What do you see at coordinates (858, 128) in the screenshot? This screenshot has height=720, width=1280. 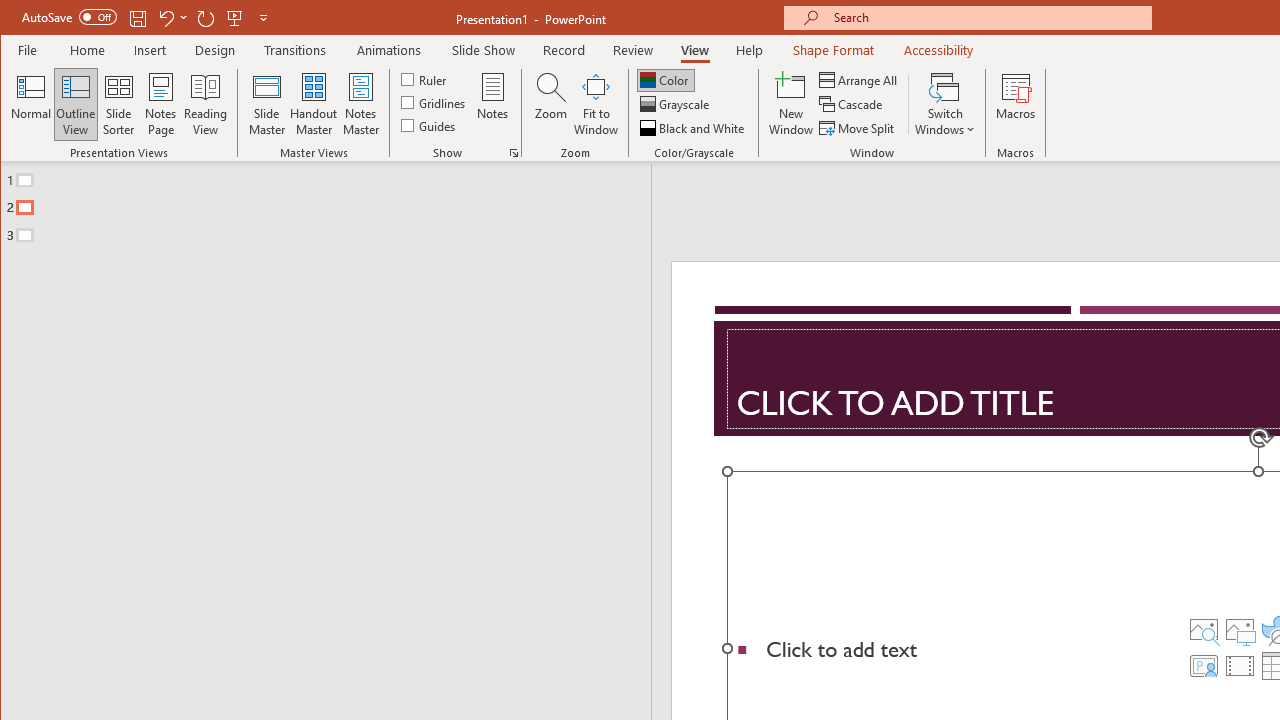 I see `'Move Split'` at bounding box center [858, 128].